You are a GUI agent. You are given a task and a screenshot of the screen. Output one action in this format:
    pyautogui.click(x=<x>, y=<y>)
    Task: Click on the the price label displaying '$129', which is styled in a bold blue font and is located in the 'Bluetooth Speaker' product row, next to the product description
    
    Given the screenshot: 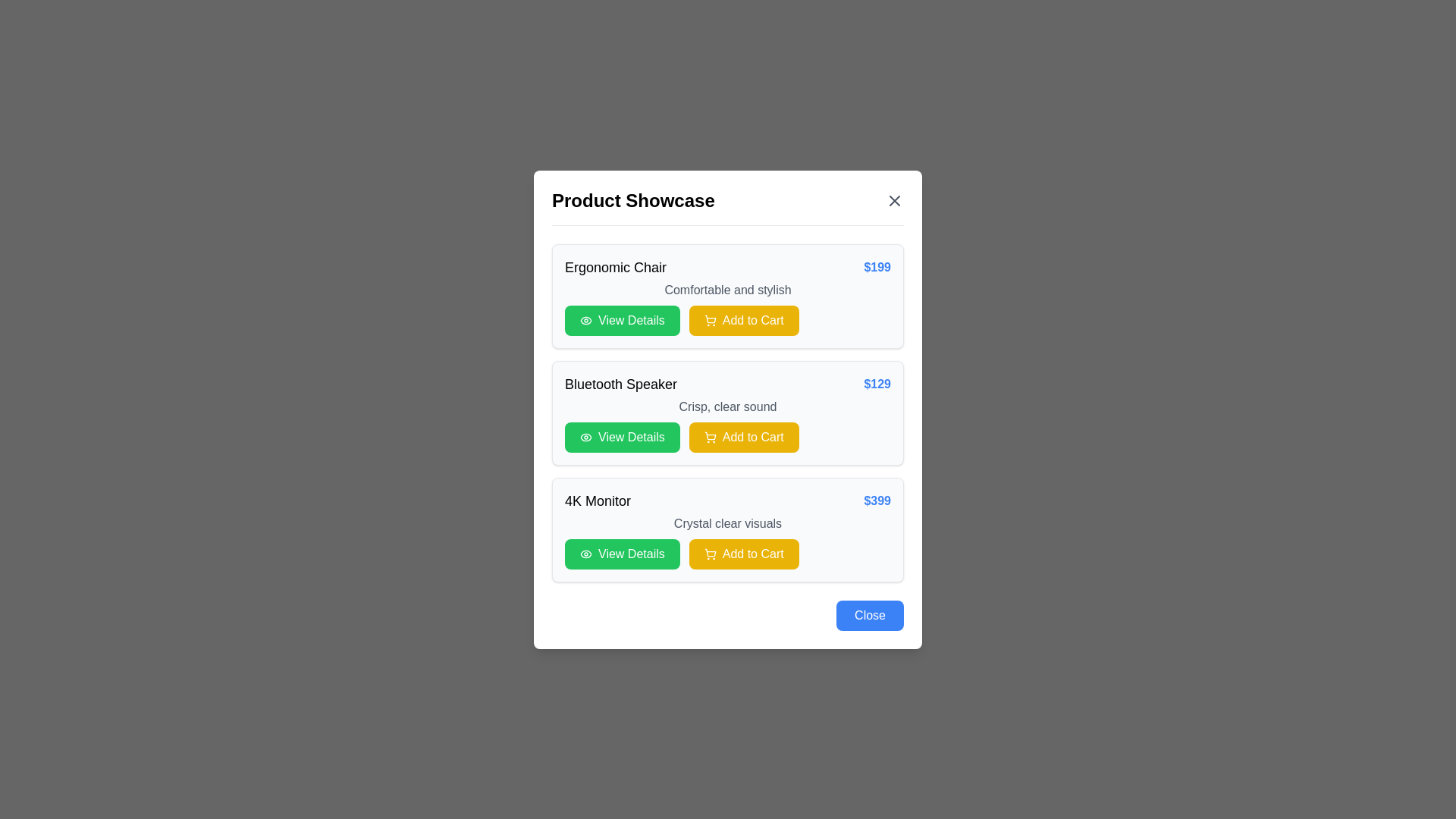 What is the action you would take?
    pyautogui.click(x=877, y=383)
    